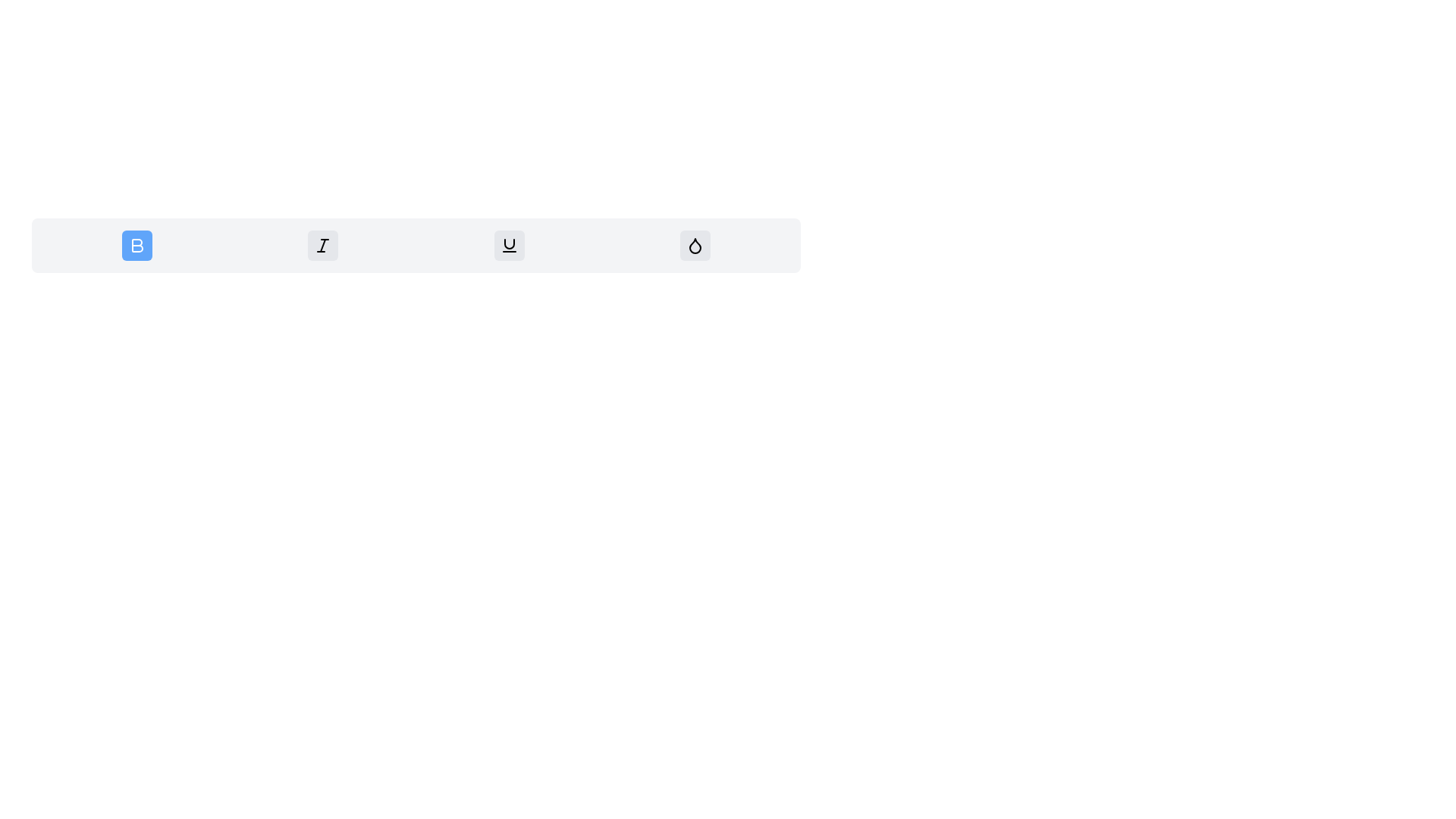  What do you see at coordinates (322, 245) in the screenshot?
I see `the stroke or line within the Italic formatting button icon located centrally within the toolbar region` at bounding box center [322, 245].